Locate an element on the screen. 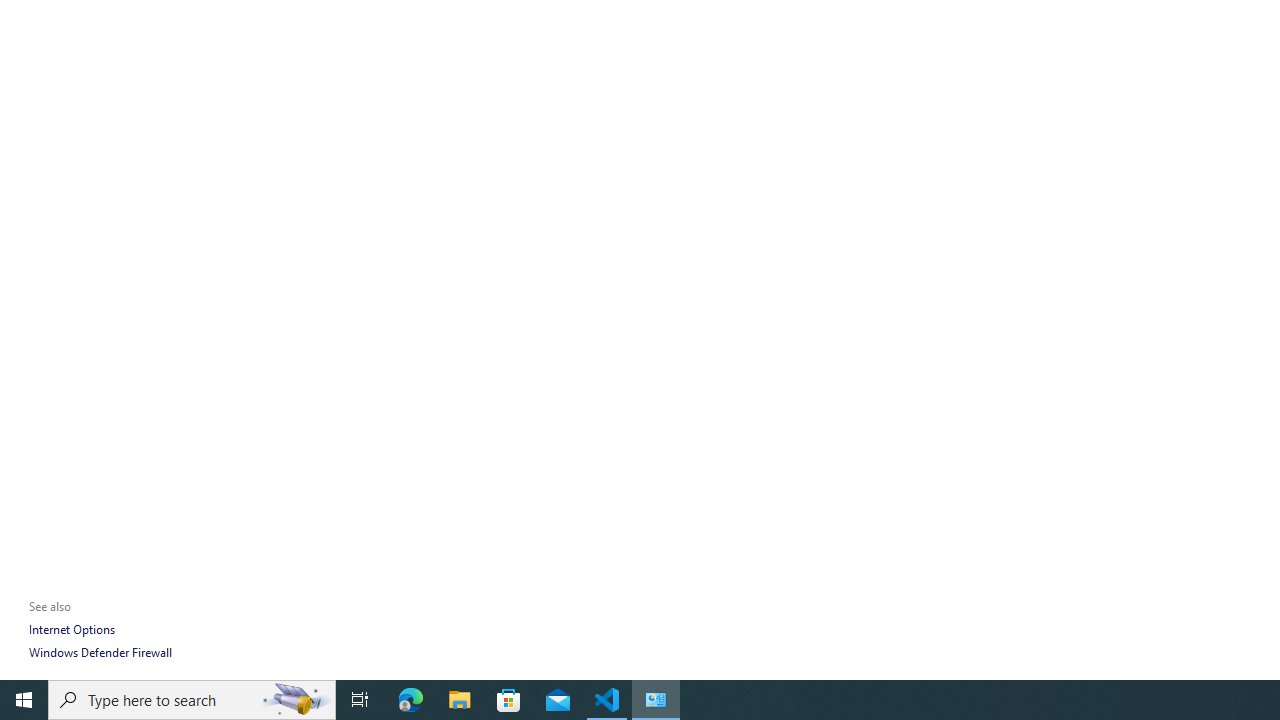  'Internet Options' is located at coordinates (71, 628).